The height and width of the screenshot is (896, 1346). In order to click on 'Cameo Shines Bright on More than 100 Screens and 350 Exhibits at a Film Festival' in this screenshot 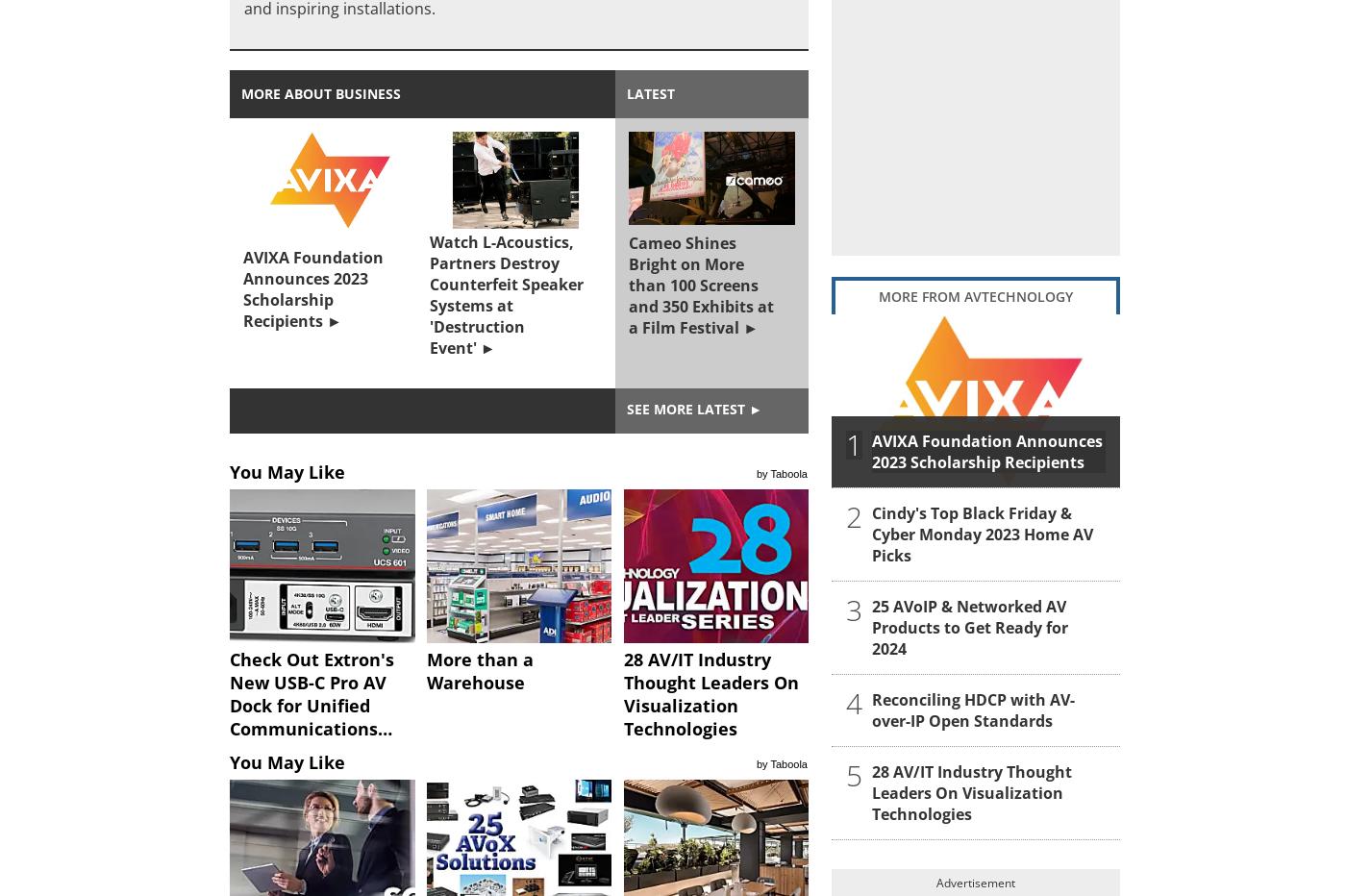, I will do `click(701, 286)`.